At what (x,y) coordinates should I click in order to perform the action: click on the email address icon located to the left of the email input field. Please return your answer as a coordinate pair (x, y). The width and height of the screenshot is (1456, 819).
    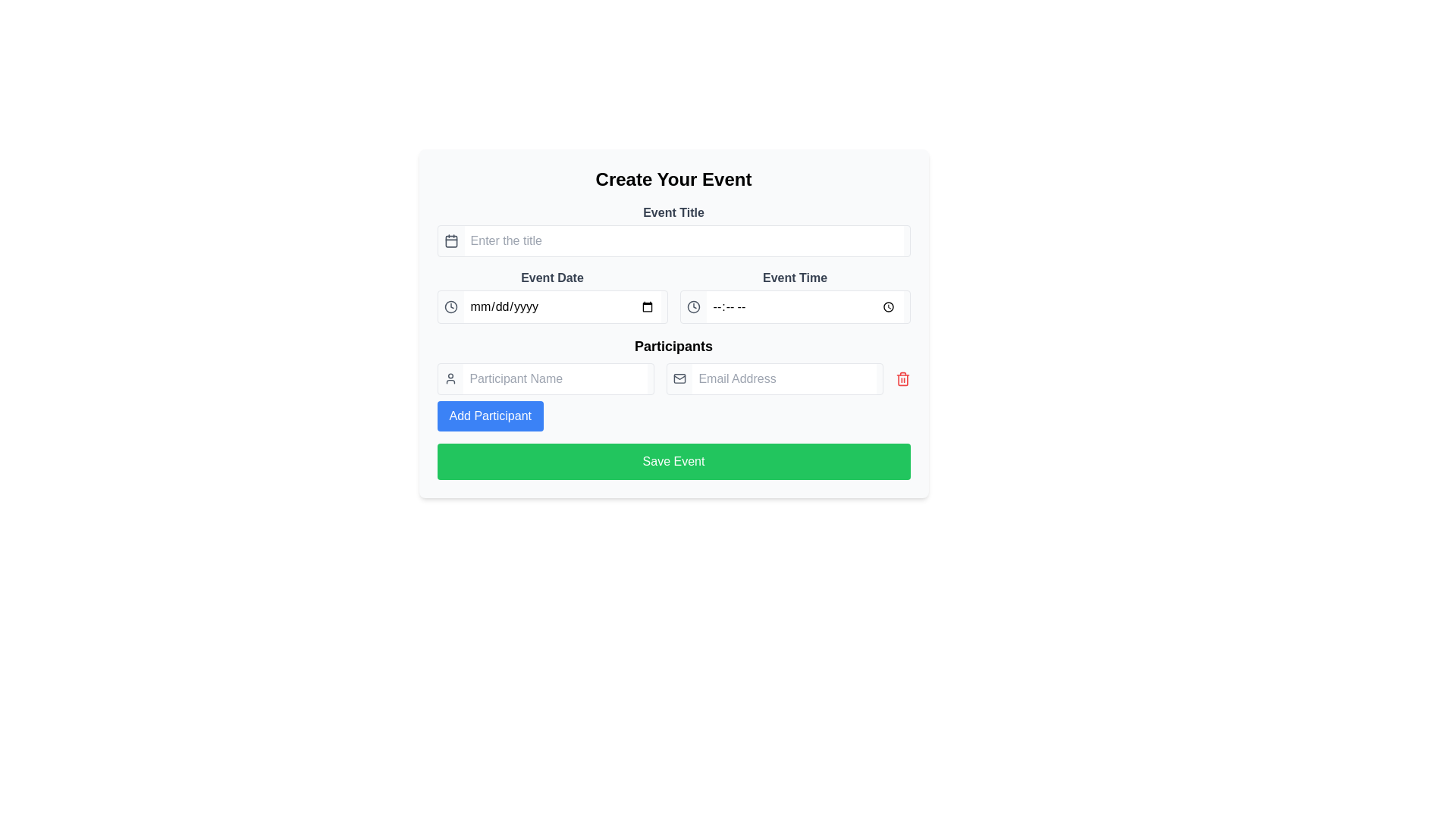
    Looking at the image, I should click on (679, 378).